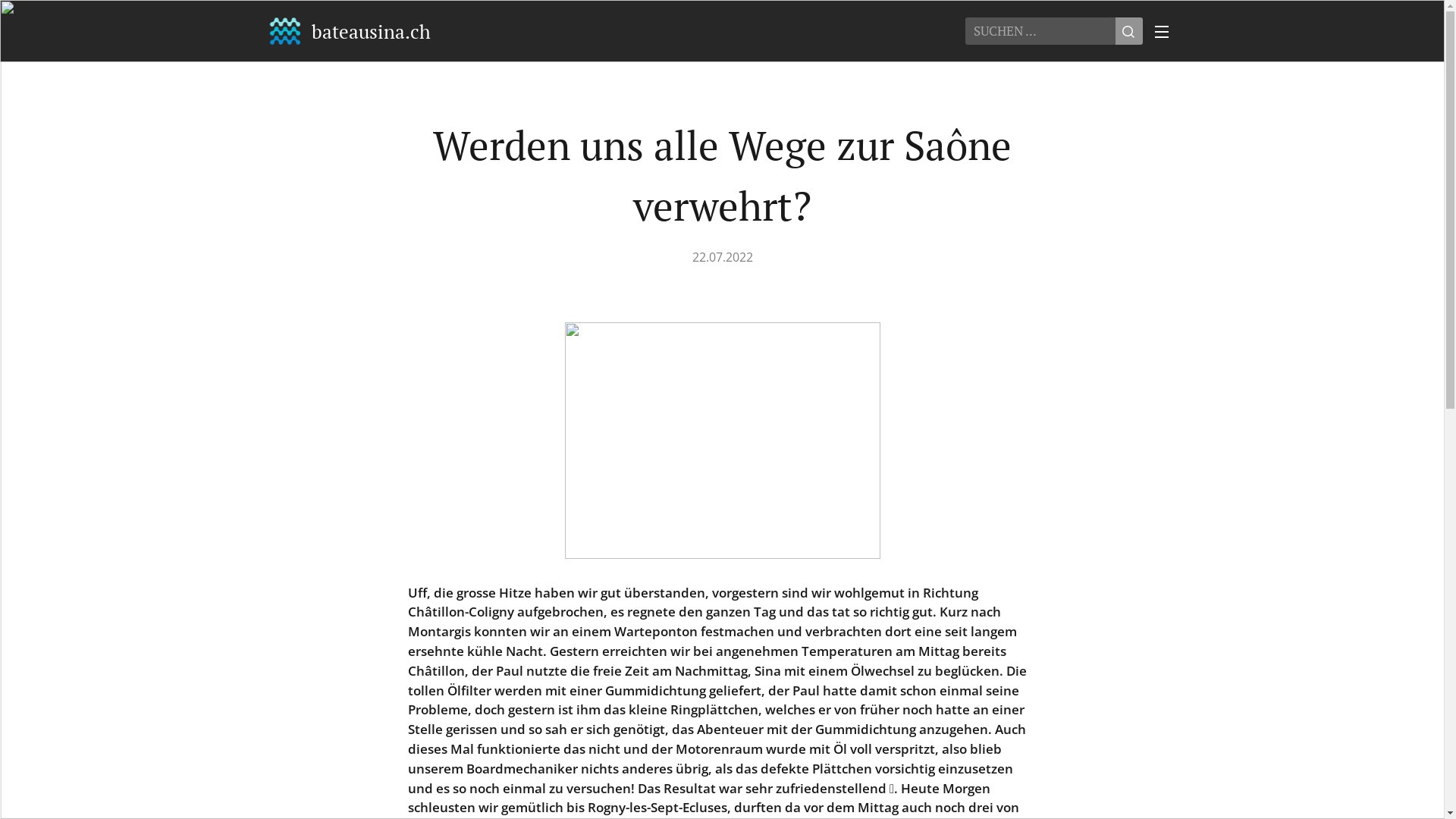  I want to click on 'bateausina.ch', so click(266, 31).